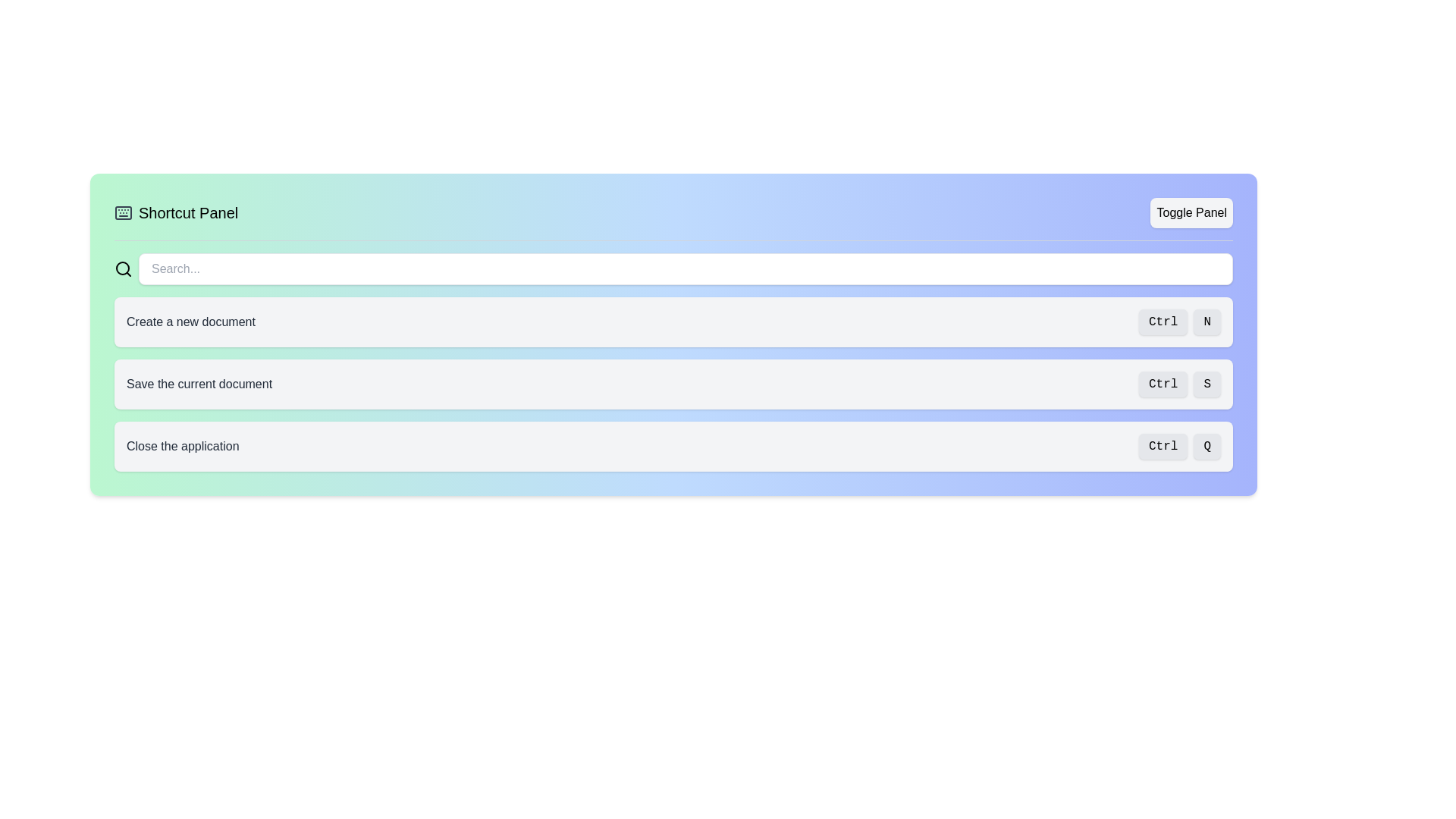 The width and height of the screenshot is (1456, 819). I want to click on the icon representing a keyboard, which is a small rectangle with rounded corners located on the leftmost side of the toolbar, adjacent to the 'Shortcut Panel' heading, so click(124, 213).